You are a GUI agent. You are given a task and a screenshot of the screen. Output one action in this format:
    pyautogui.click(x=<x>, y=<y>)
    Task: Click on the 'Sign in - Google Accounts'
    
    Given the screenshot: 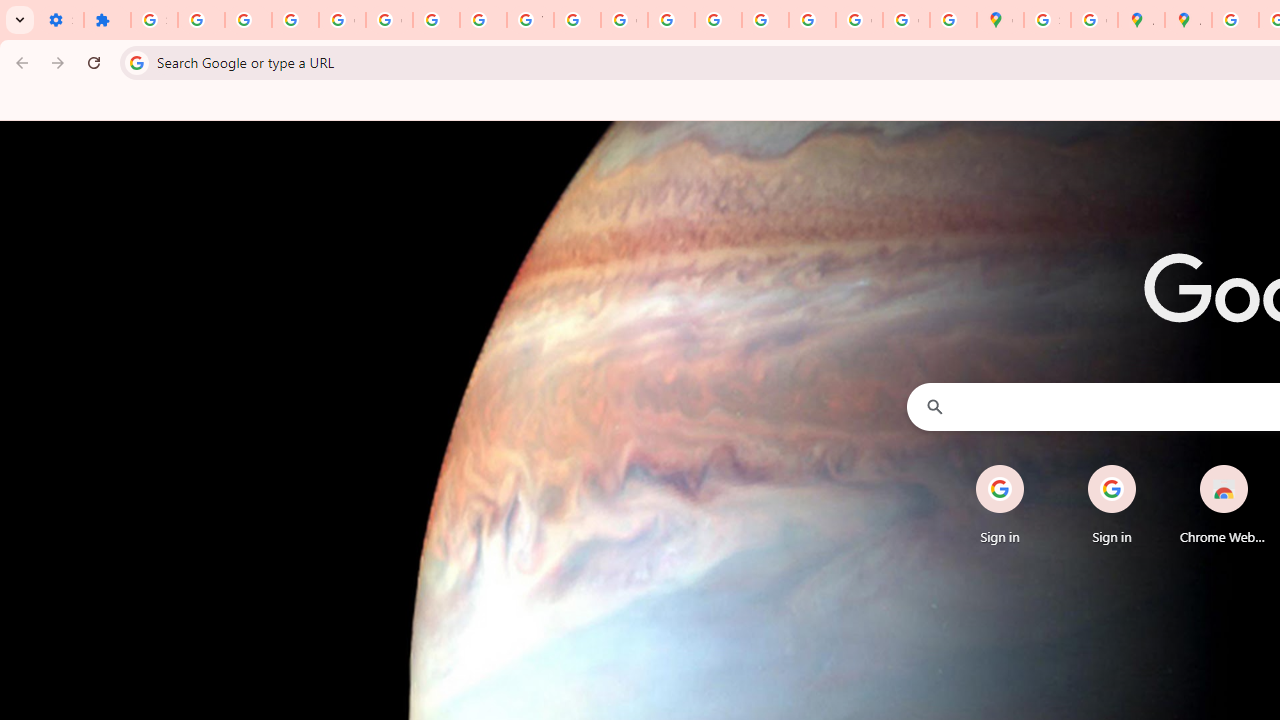 What is the action you would take?
    pyautogui.click(x=153, y=20)
    